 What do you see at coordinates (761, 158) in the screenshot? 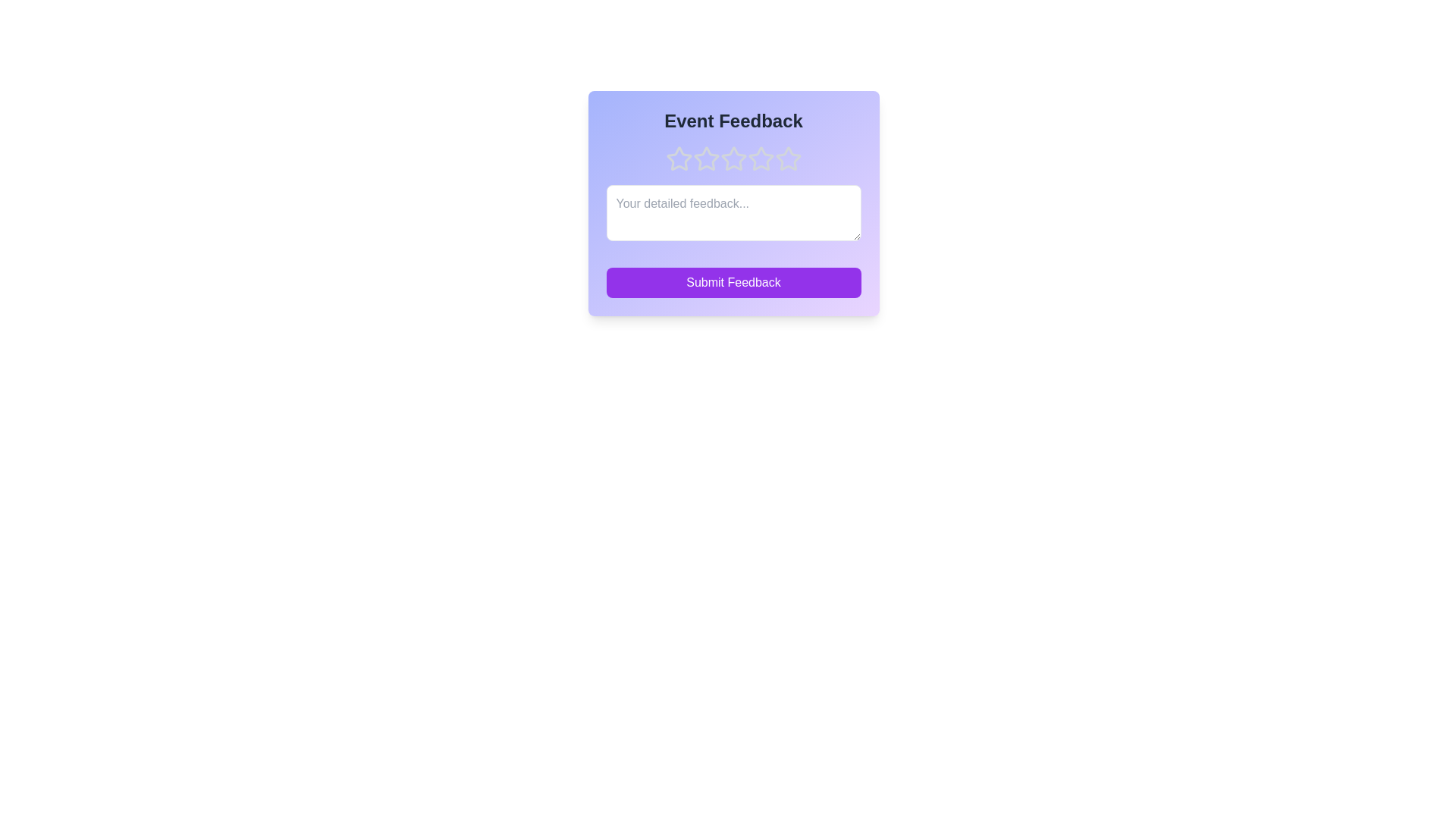
I see `the rating to 4 stars by clicking on the corresponding star` at bounding box center [761, 158].